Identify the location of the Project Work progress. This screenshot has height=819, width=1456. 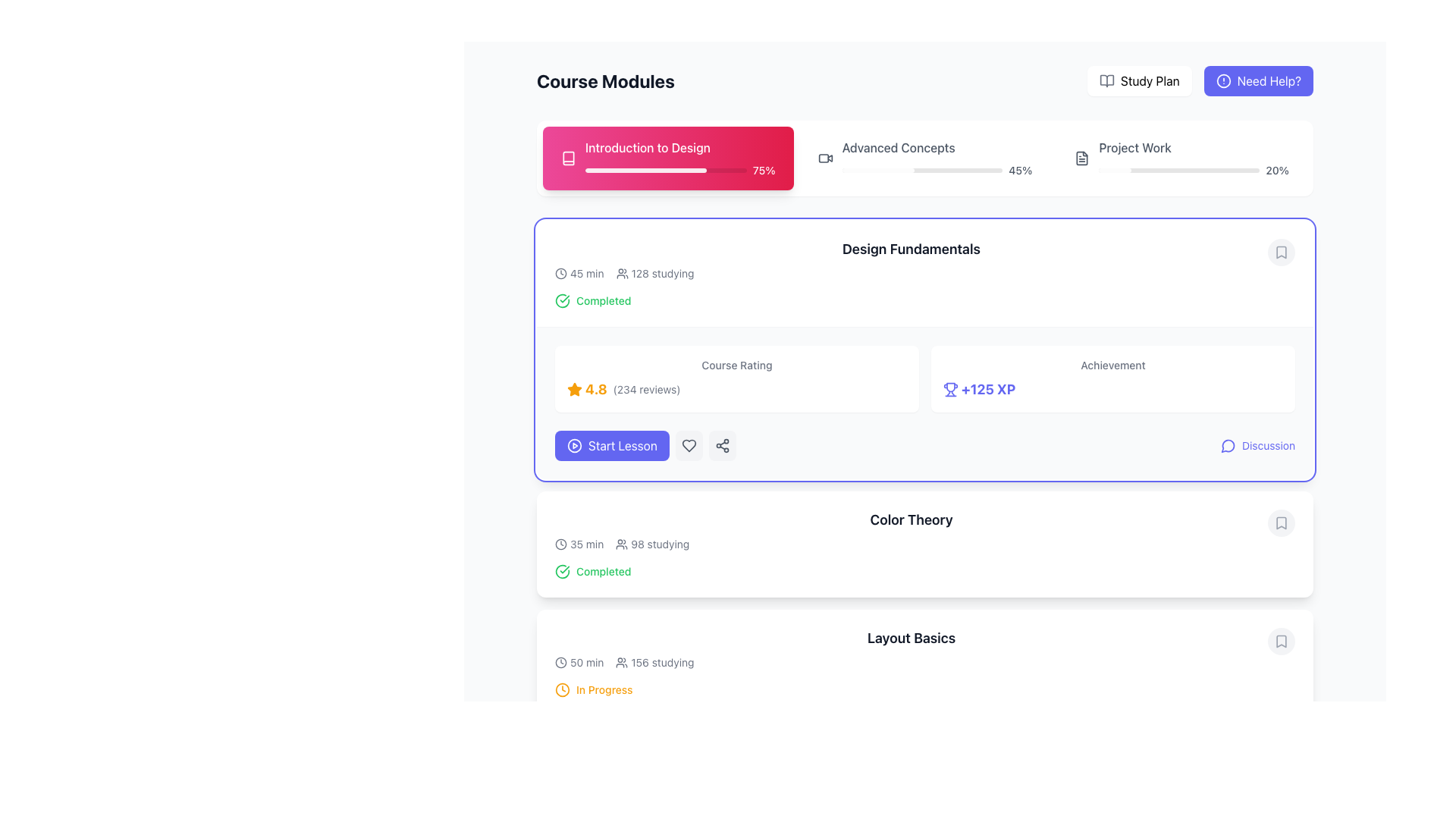
(1218, 170).